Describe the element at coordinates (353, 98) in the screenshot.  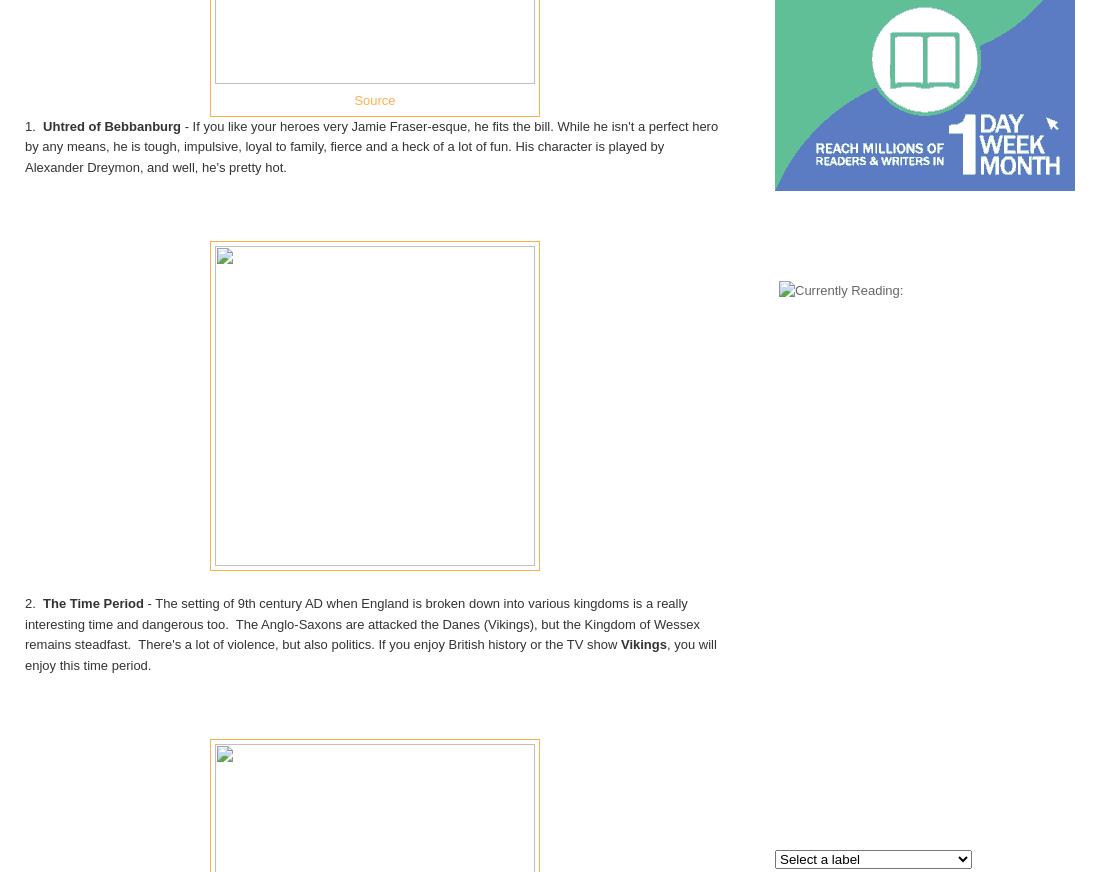
I see `'Source'` at that location.